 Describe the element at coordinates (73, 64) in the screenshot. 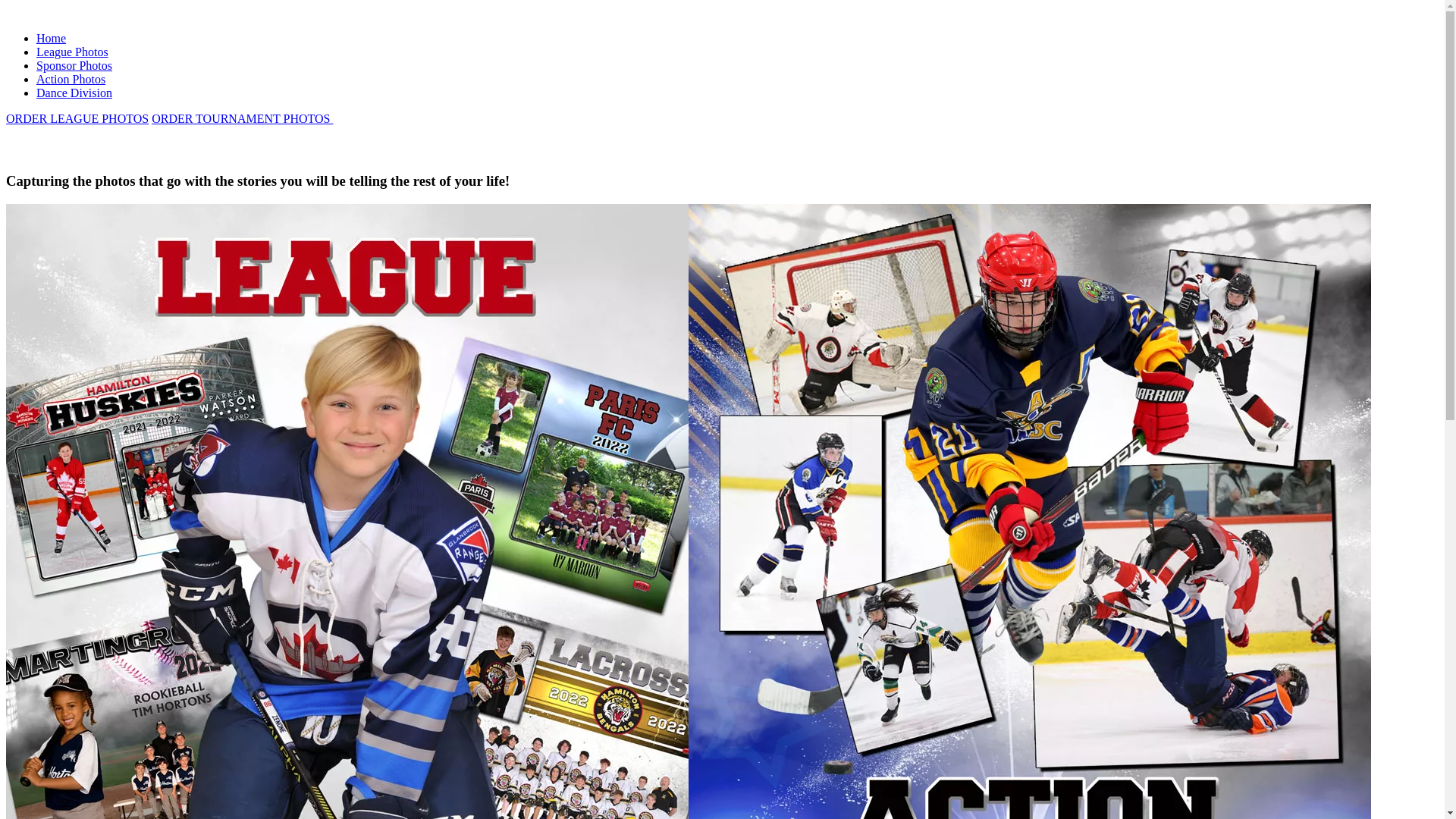

I see `'Sponsor Photos'` at that location.